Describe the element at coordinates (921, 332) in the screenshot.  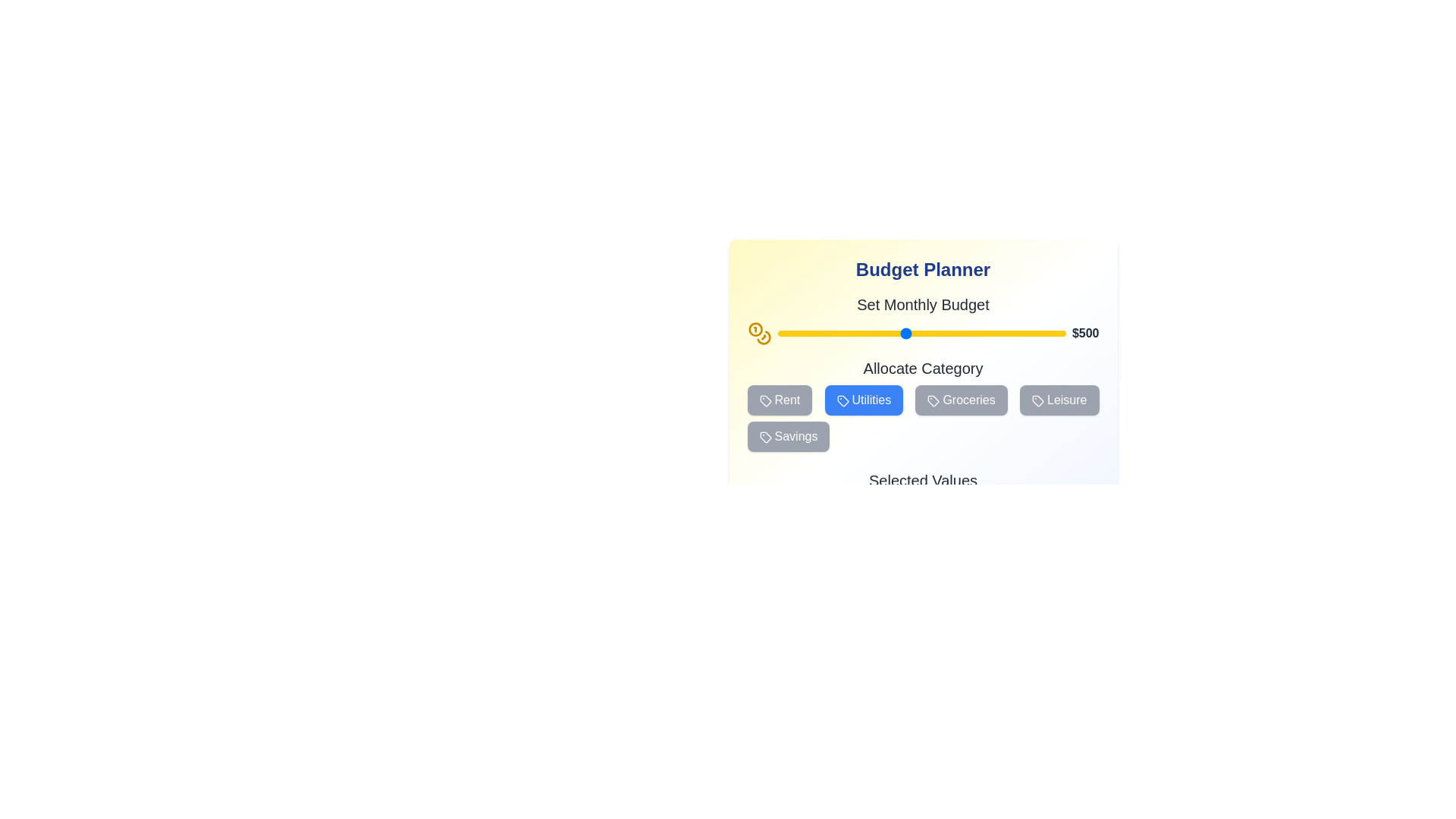
I see `the blue circular handle of the range slider with a yellow background` at that location.